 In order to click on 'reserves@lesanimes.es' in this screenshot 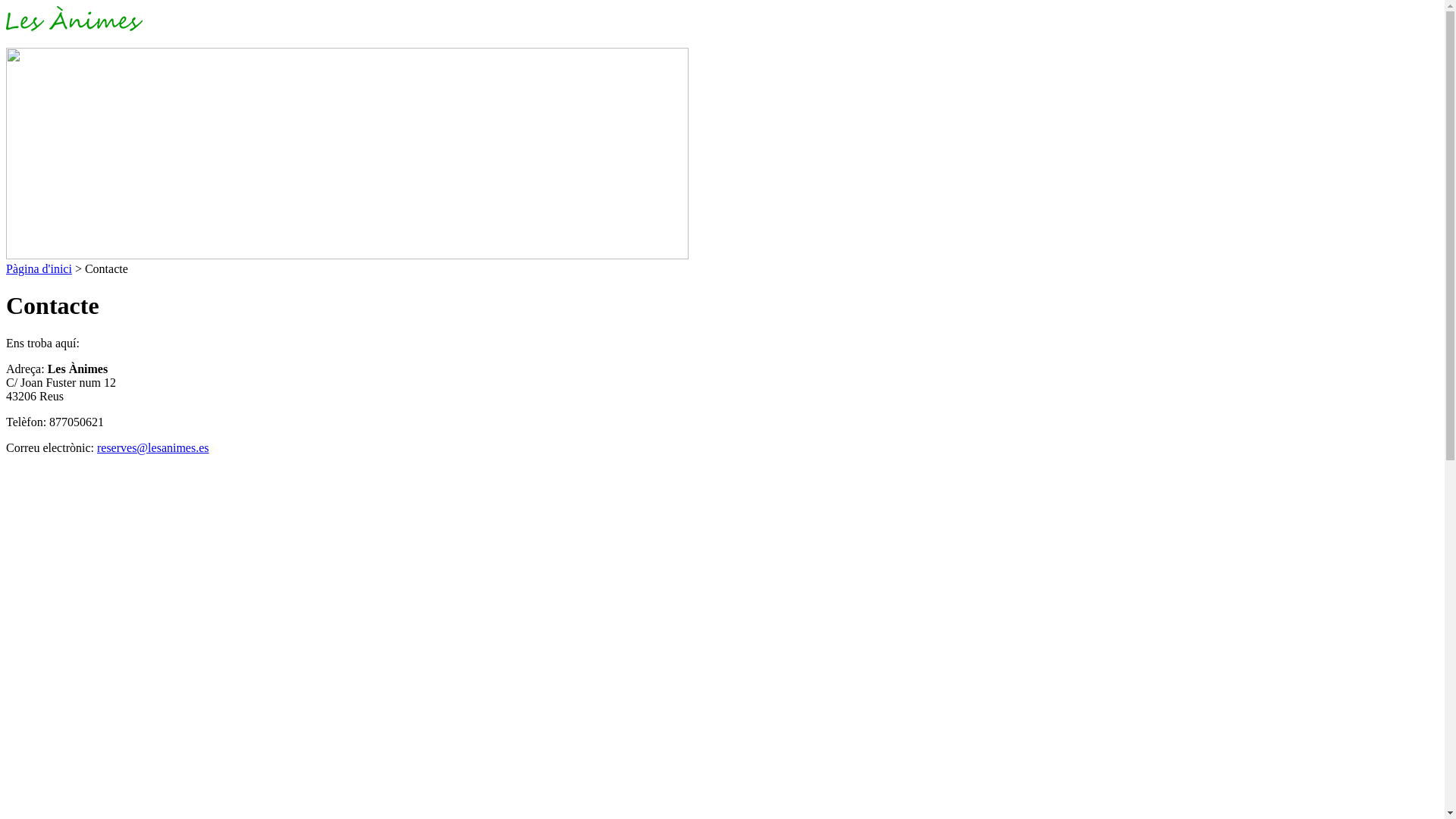, I will do `click(152, 447)`.